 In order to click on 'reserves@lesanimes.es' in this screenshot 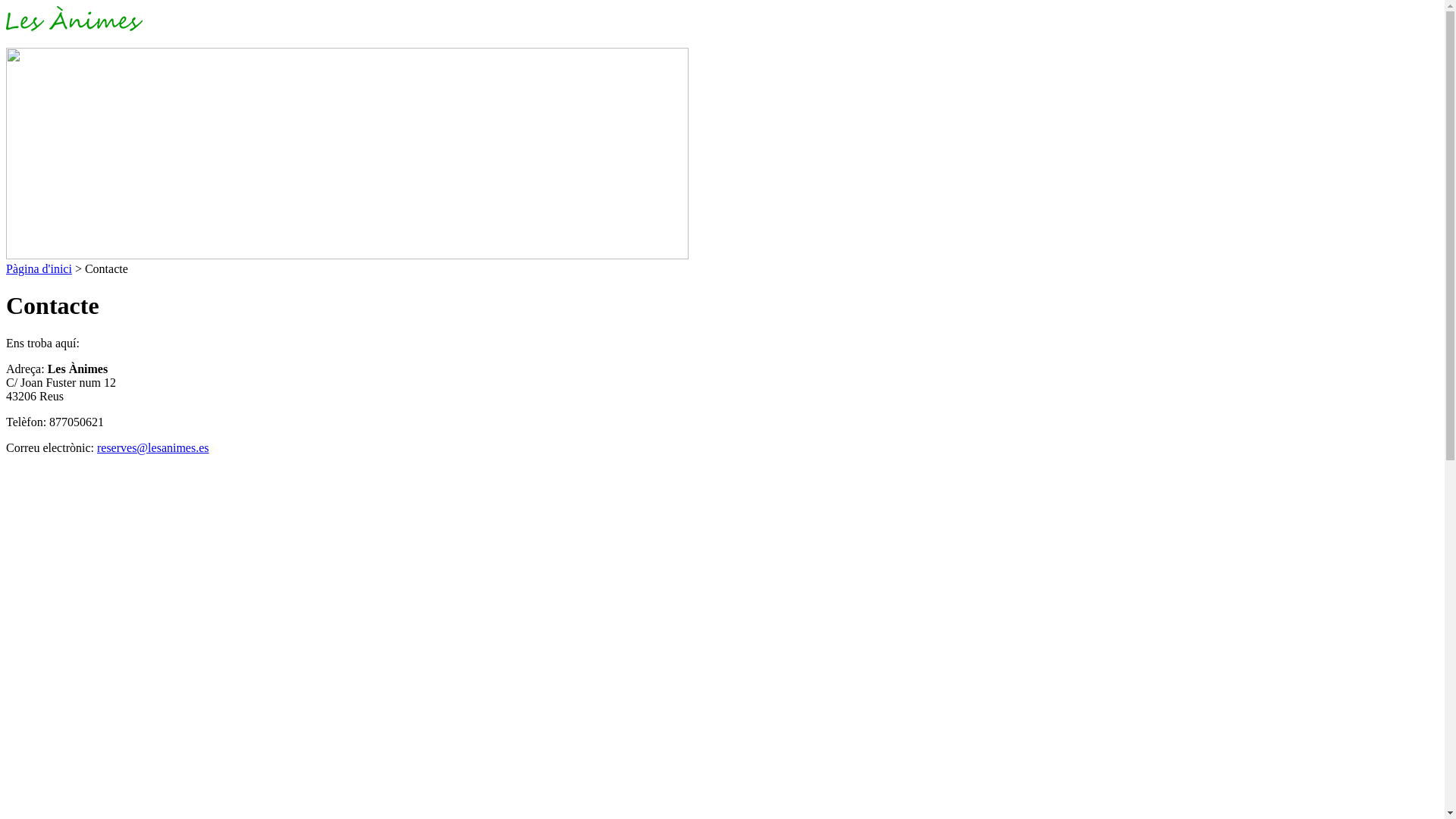, I will do `click(152, 447)`.